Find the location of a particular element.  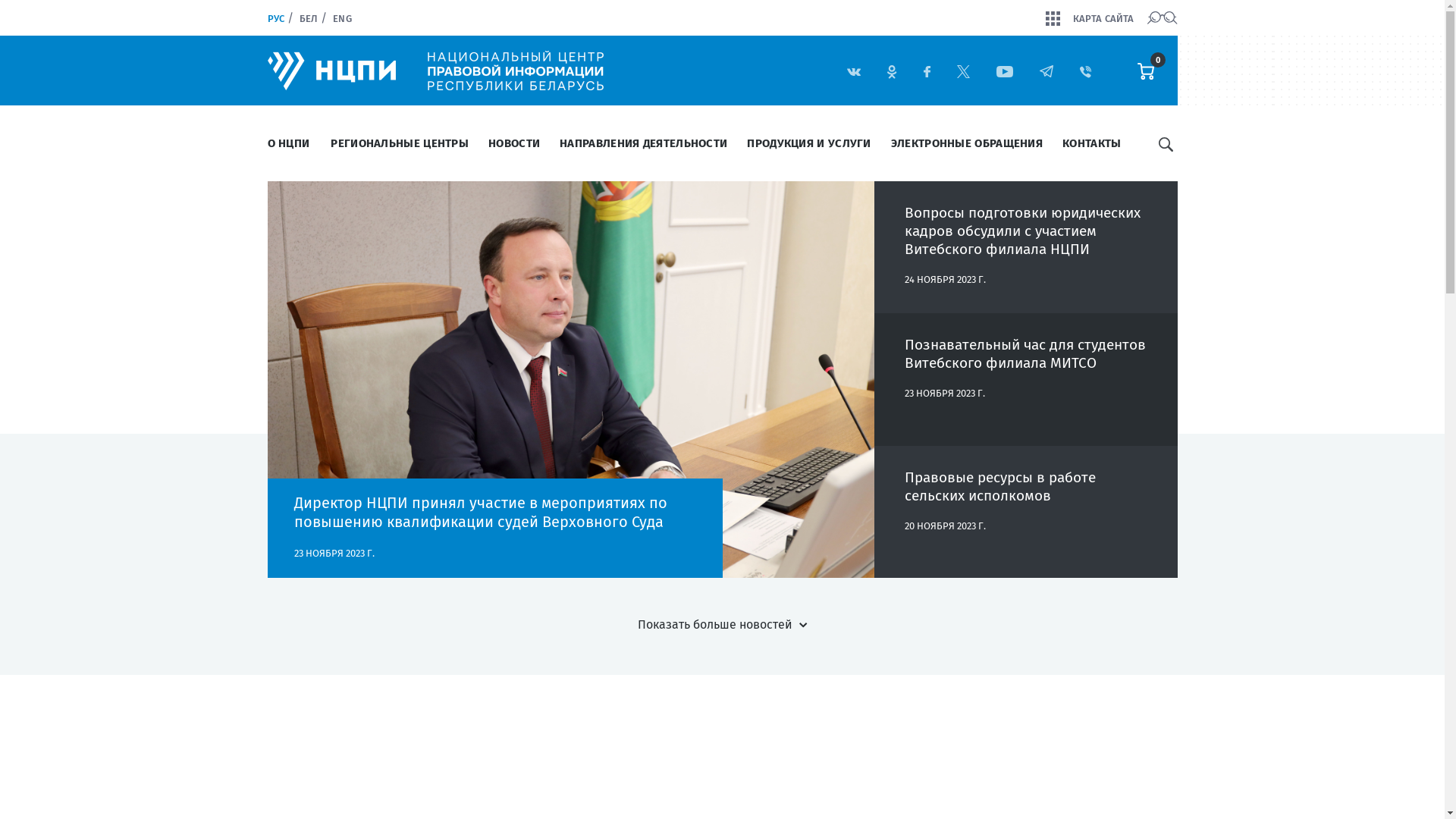

'ENG' is located at coordinates (341, 18).